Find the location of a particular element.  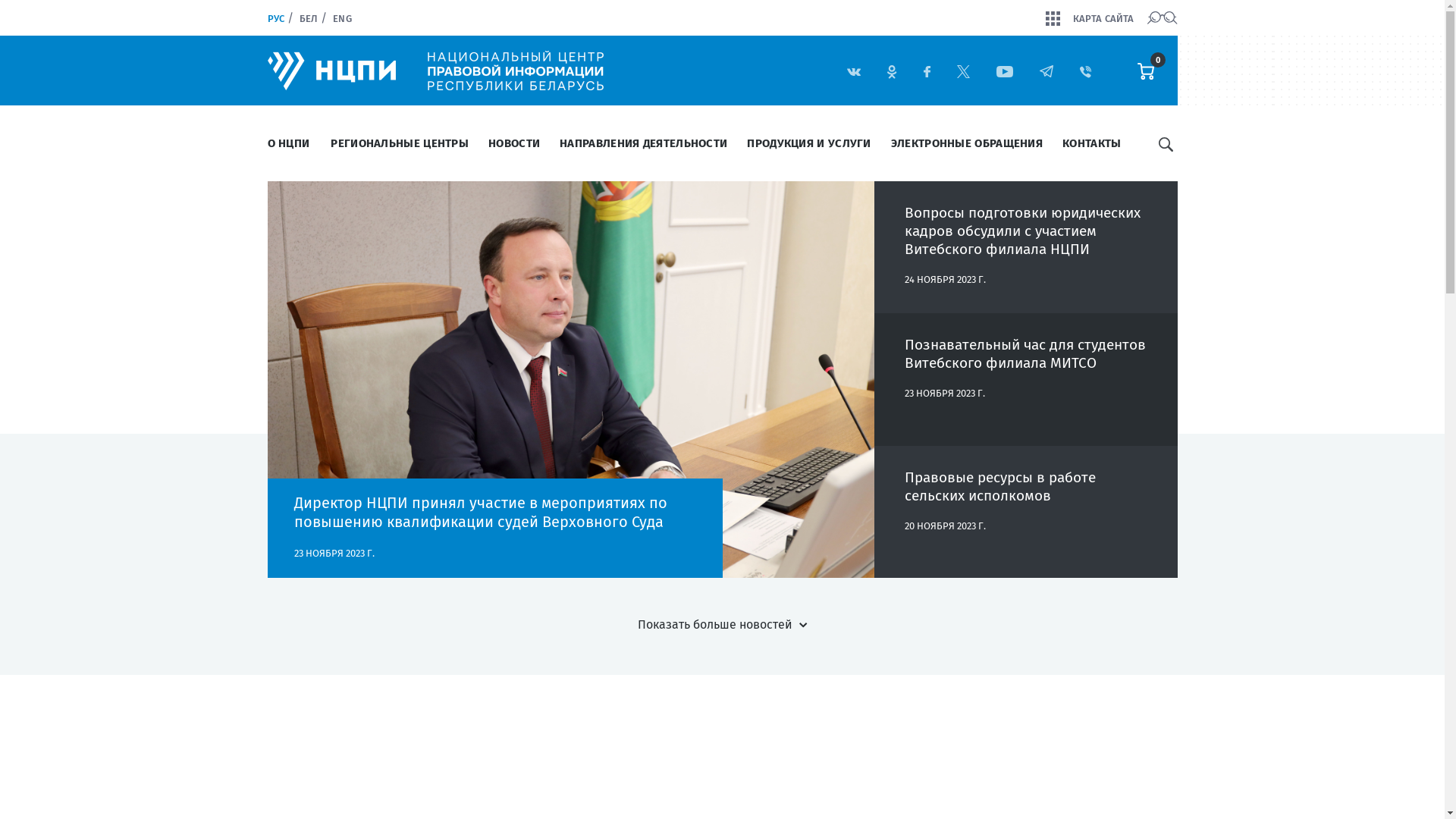

'ENG' is located at coordinates (341, 18).